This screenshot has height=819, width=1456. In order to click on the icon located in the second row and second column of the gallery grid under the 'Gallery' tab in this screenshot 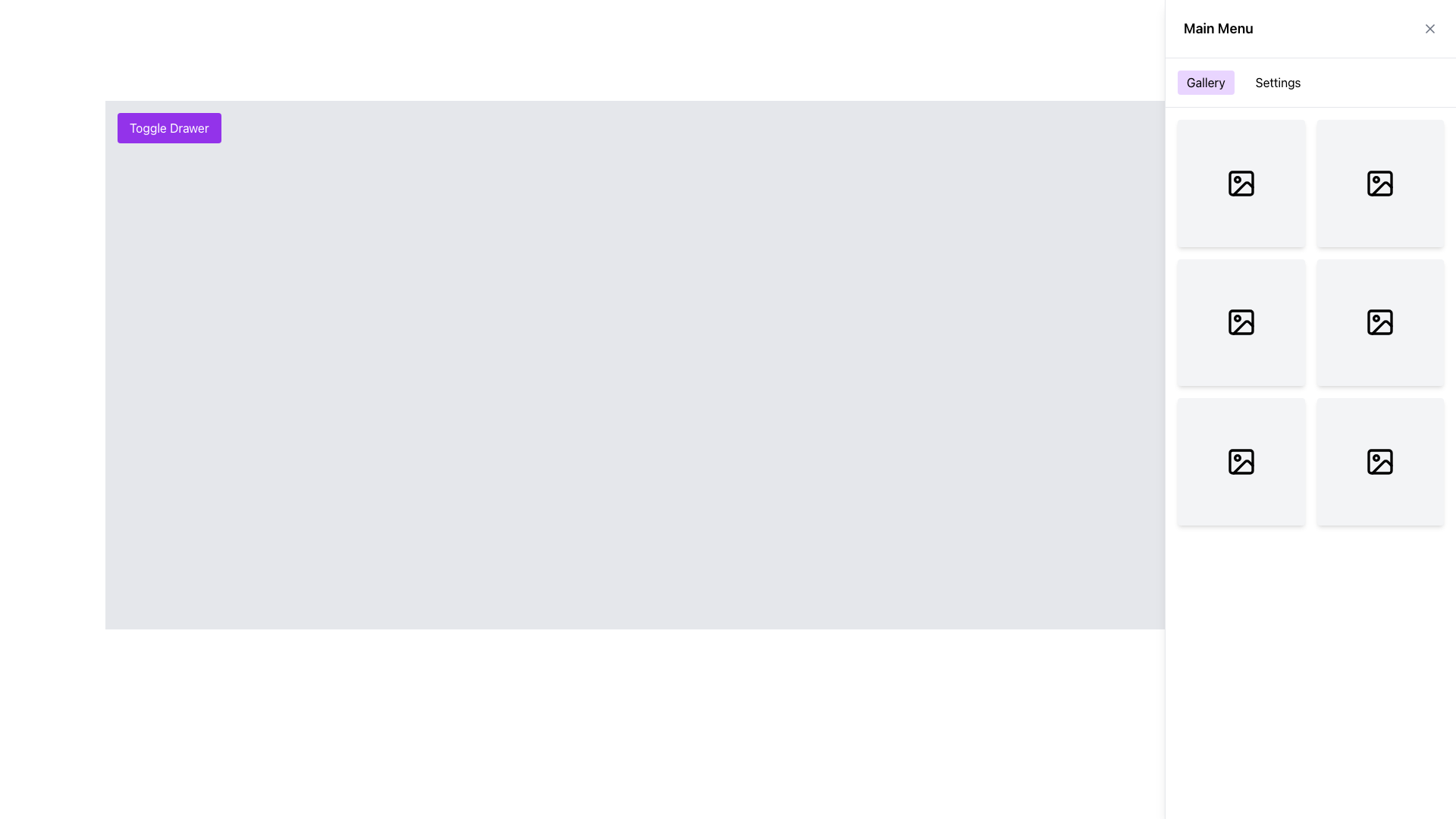, I will do `click(1243, 327)`.